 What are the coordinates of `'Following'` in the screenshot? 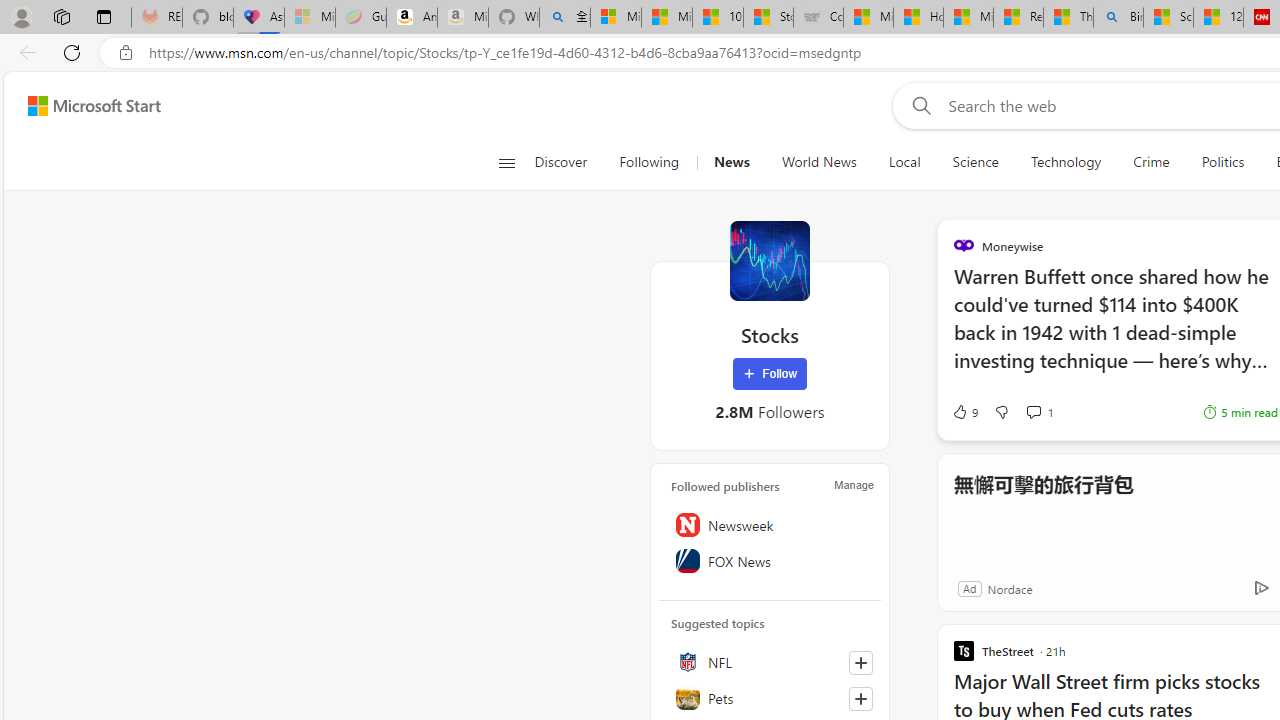 It's located at (650, 162).